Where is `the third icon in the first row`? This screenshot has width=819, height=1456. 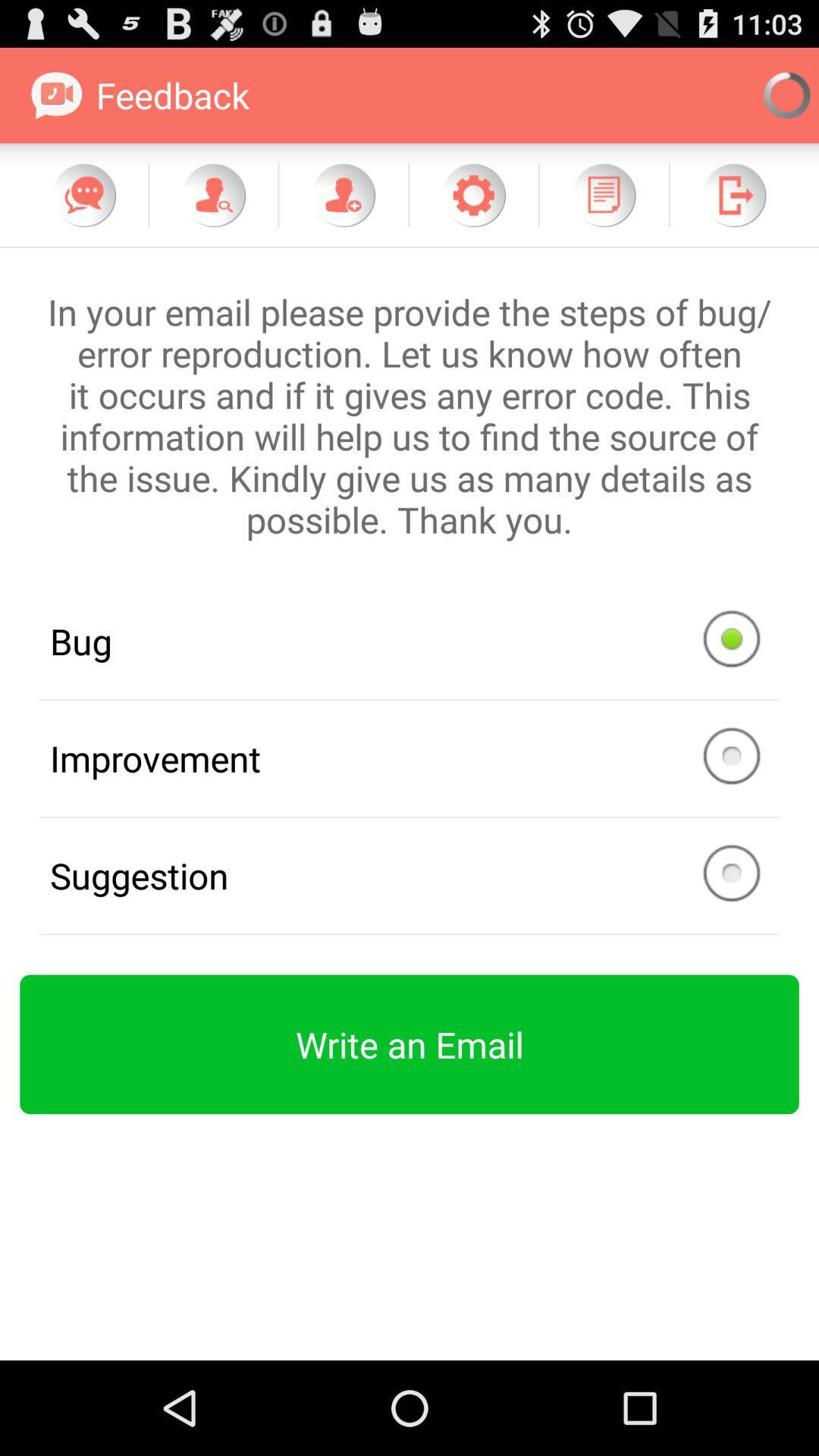 the third icon in the first row is located at coordinates (343, 194).